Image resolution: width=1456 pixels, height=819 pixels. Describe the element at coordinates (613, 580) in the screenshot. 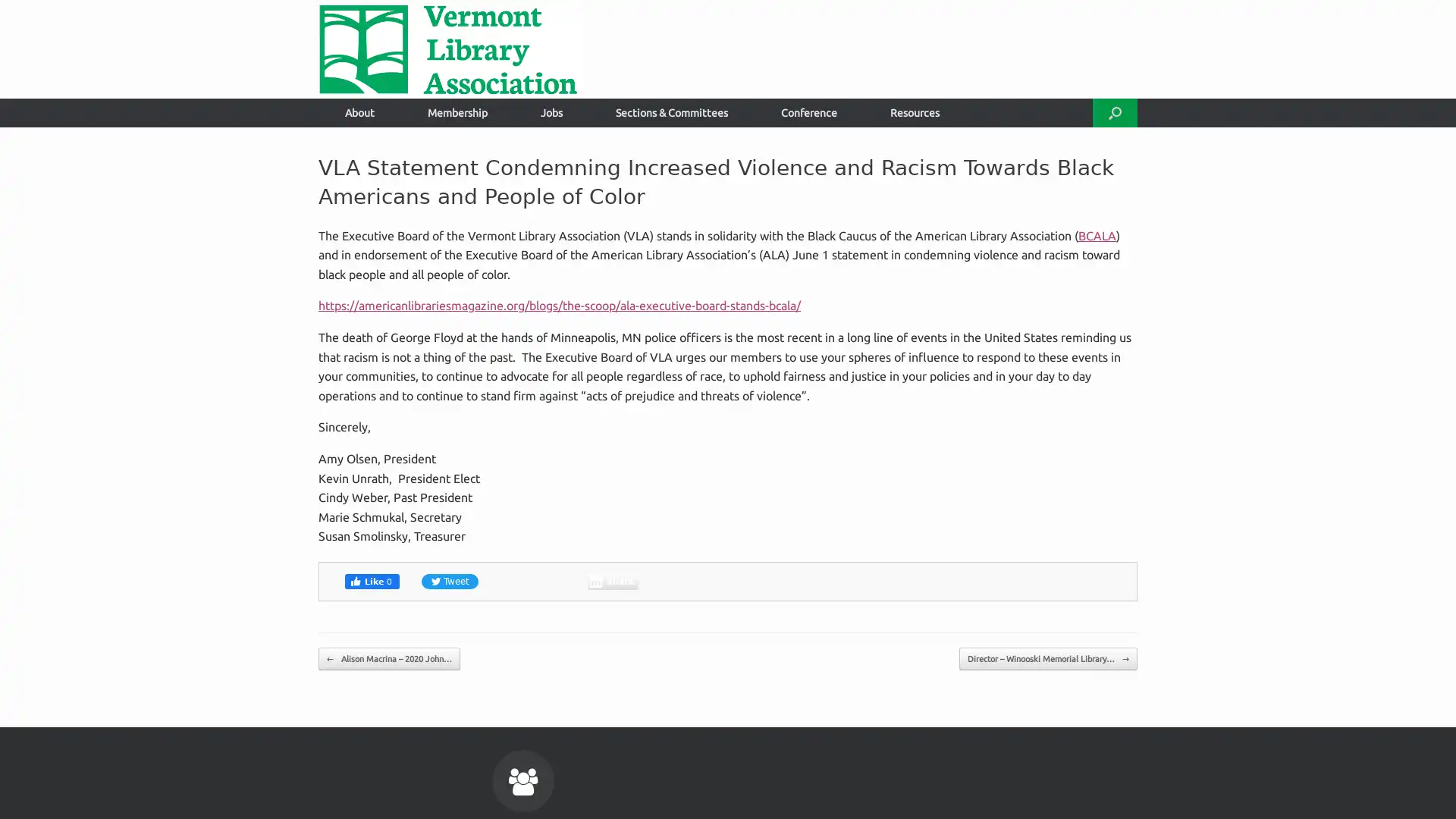

I see `Share` at that location.